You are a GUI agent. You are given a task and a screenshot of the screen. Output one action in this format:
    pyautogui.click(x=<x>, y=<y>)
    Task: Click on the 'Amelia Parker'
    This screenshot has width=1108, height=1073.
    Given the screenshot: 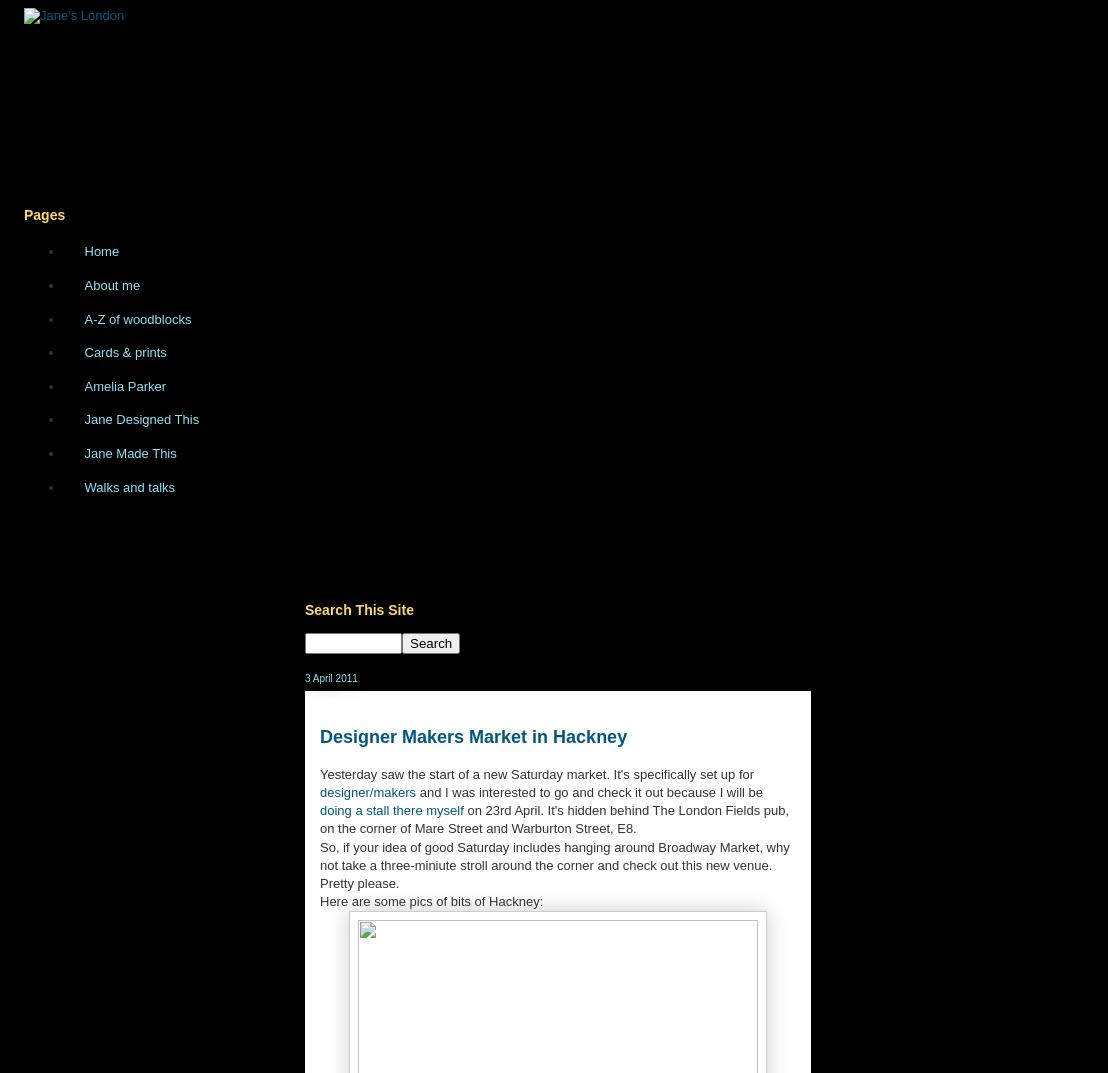 What is the action you would take?
    pyautogui.click(x=82, y=384)
    